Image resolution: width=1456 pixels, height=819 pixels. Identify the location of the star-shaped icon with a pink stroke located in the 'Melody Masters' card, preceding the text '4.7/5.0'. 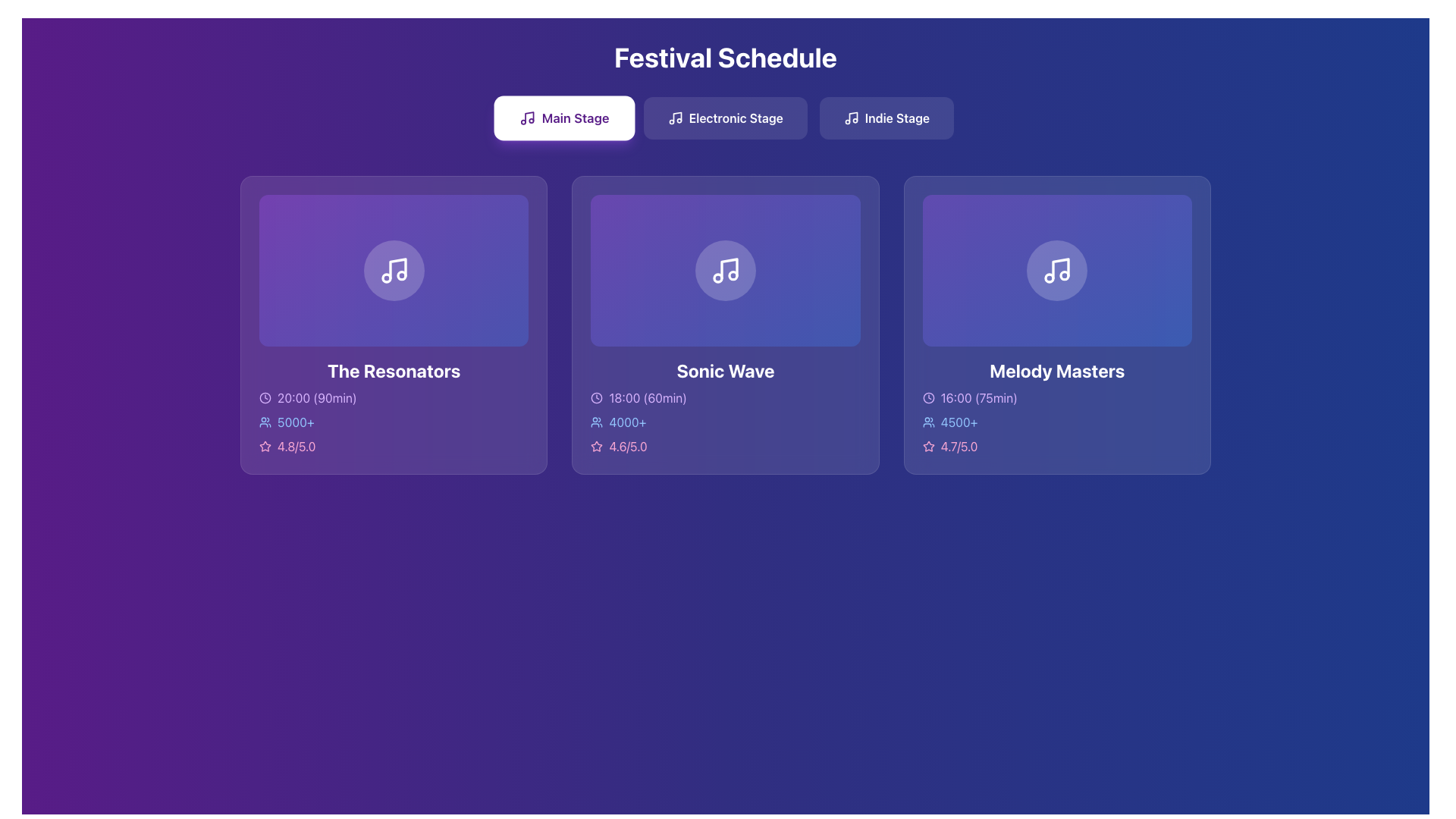
(927, 445).